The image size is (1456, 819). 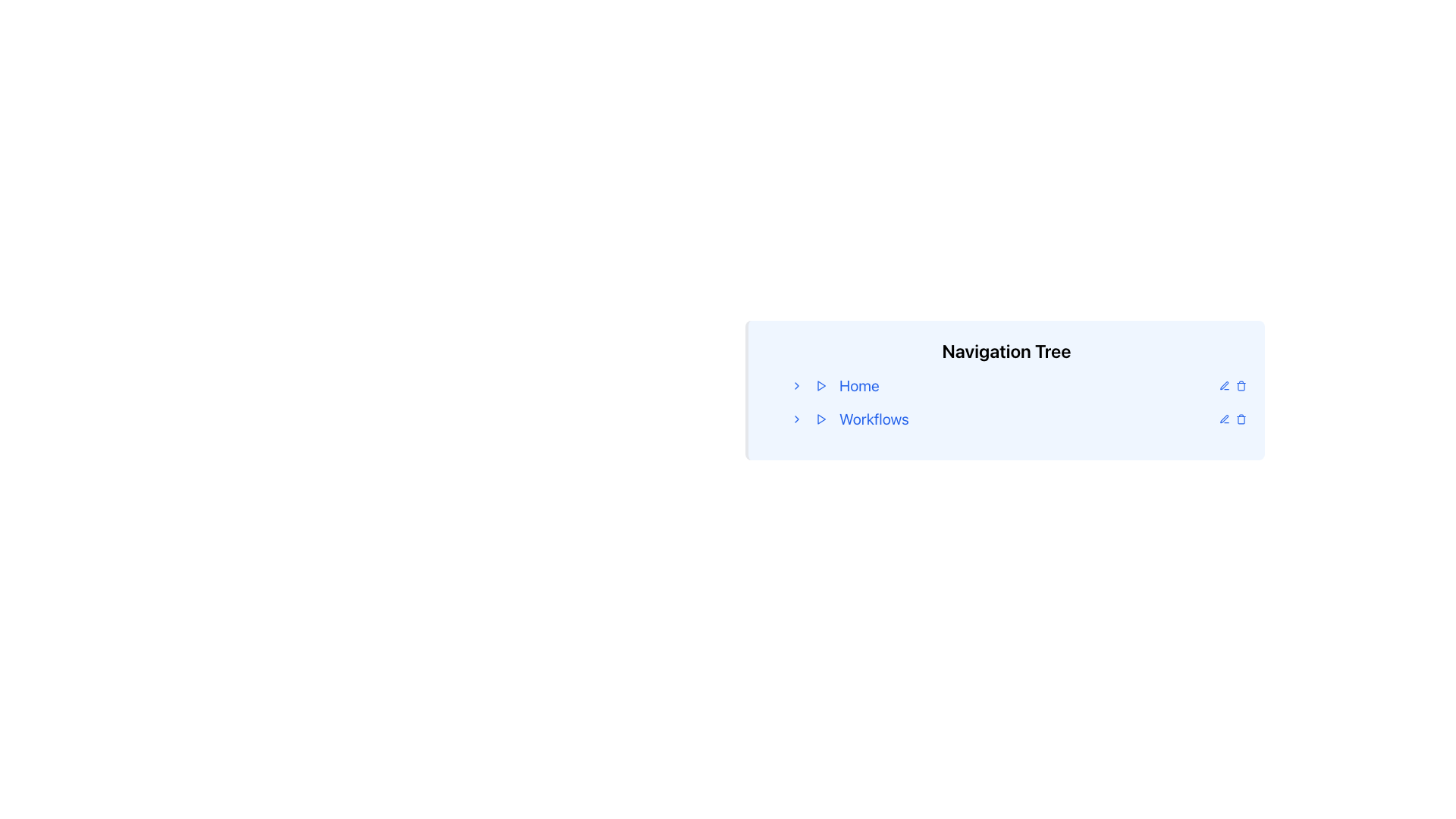 I want to click on the pen icon button located at the bottom-right corner of the 'Navigation Tree' box, so click(x=1224, y=419).